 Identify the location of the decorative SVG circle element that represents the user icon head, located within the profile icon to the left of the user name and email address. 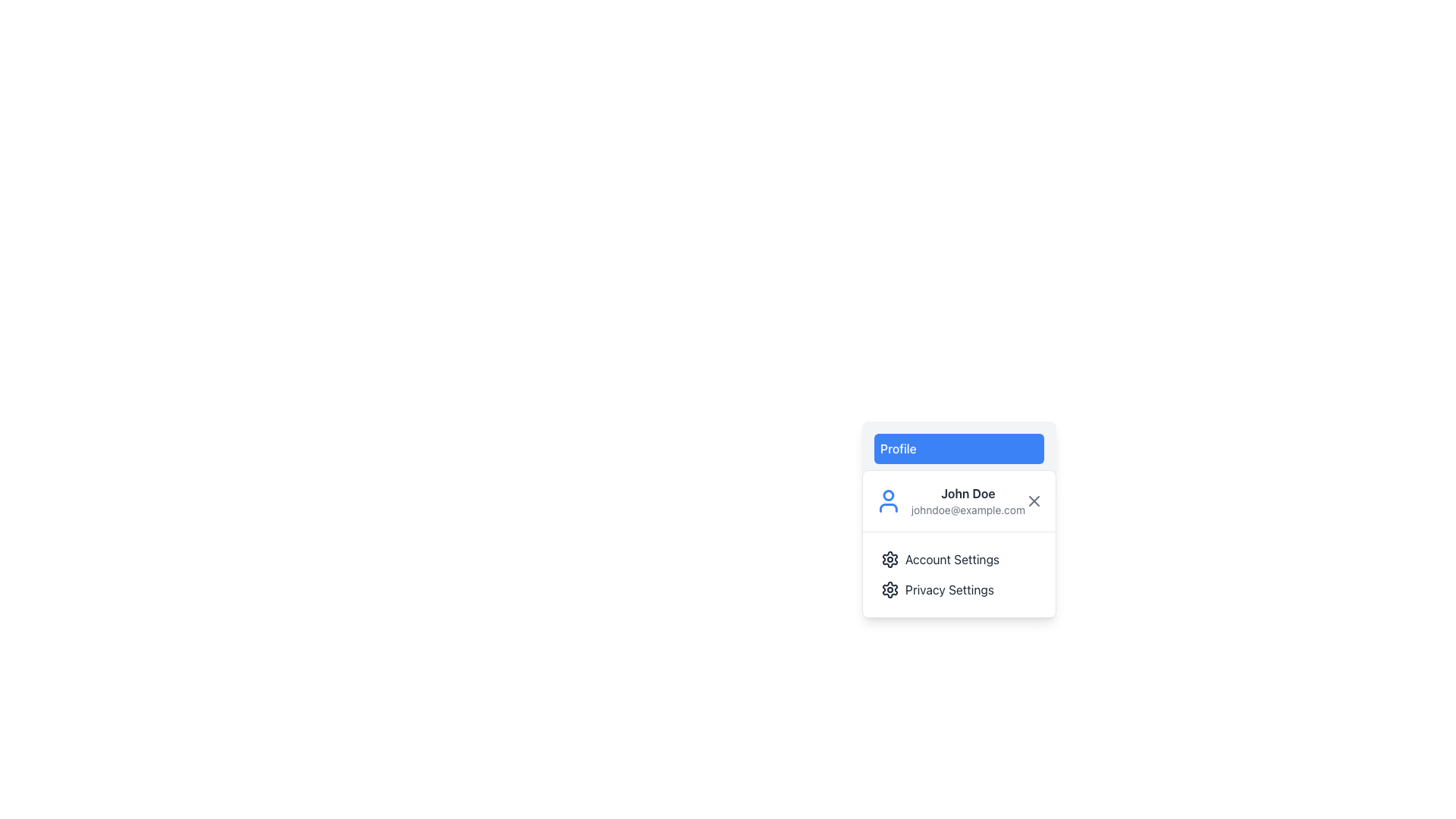
(888, 495).